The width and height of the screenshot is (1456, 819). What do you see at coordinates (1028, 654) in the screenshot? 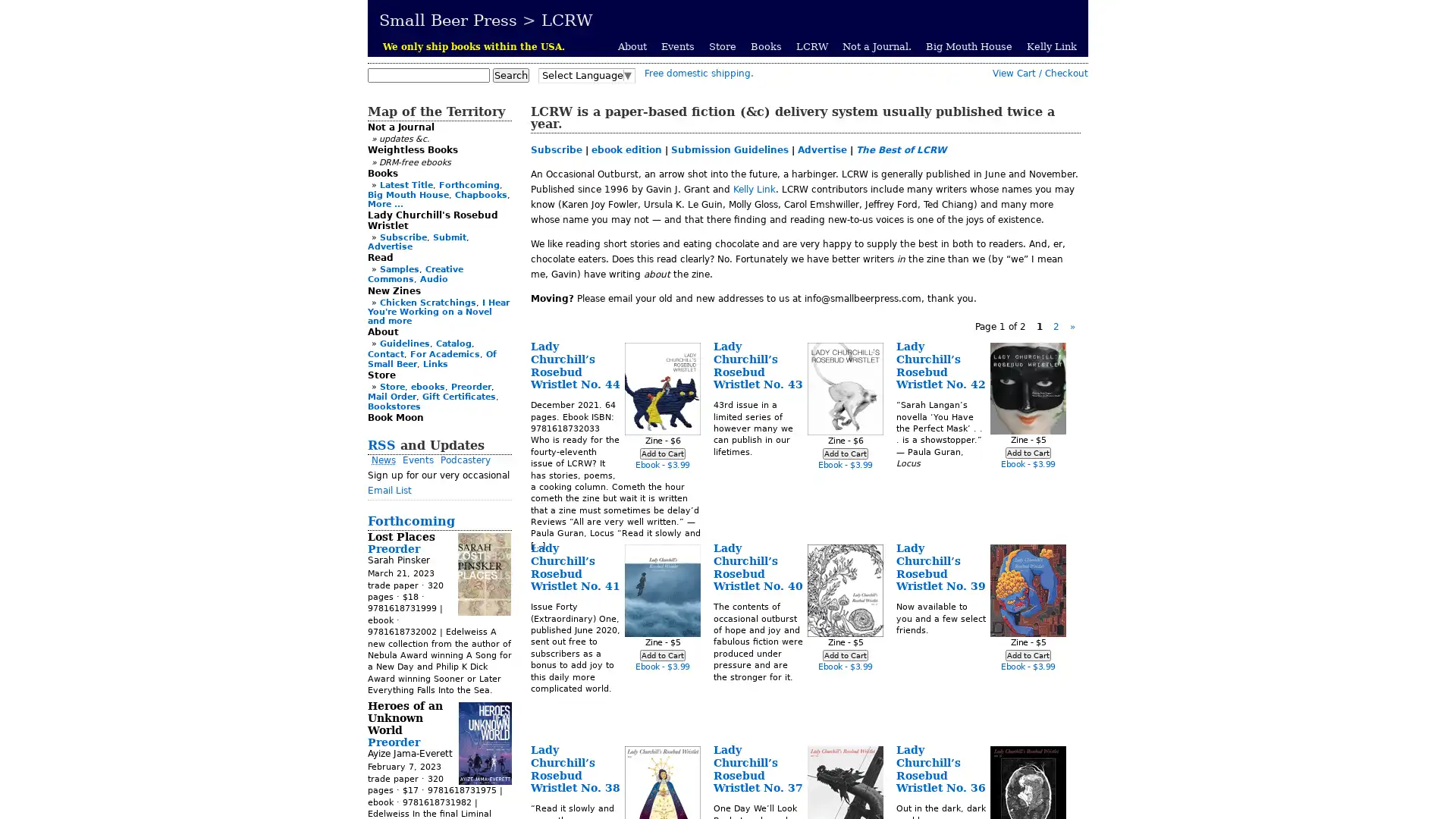
I see `Add to Cart` at bounding box center [1028, 654].